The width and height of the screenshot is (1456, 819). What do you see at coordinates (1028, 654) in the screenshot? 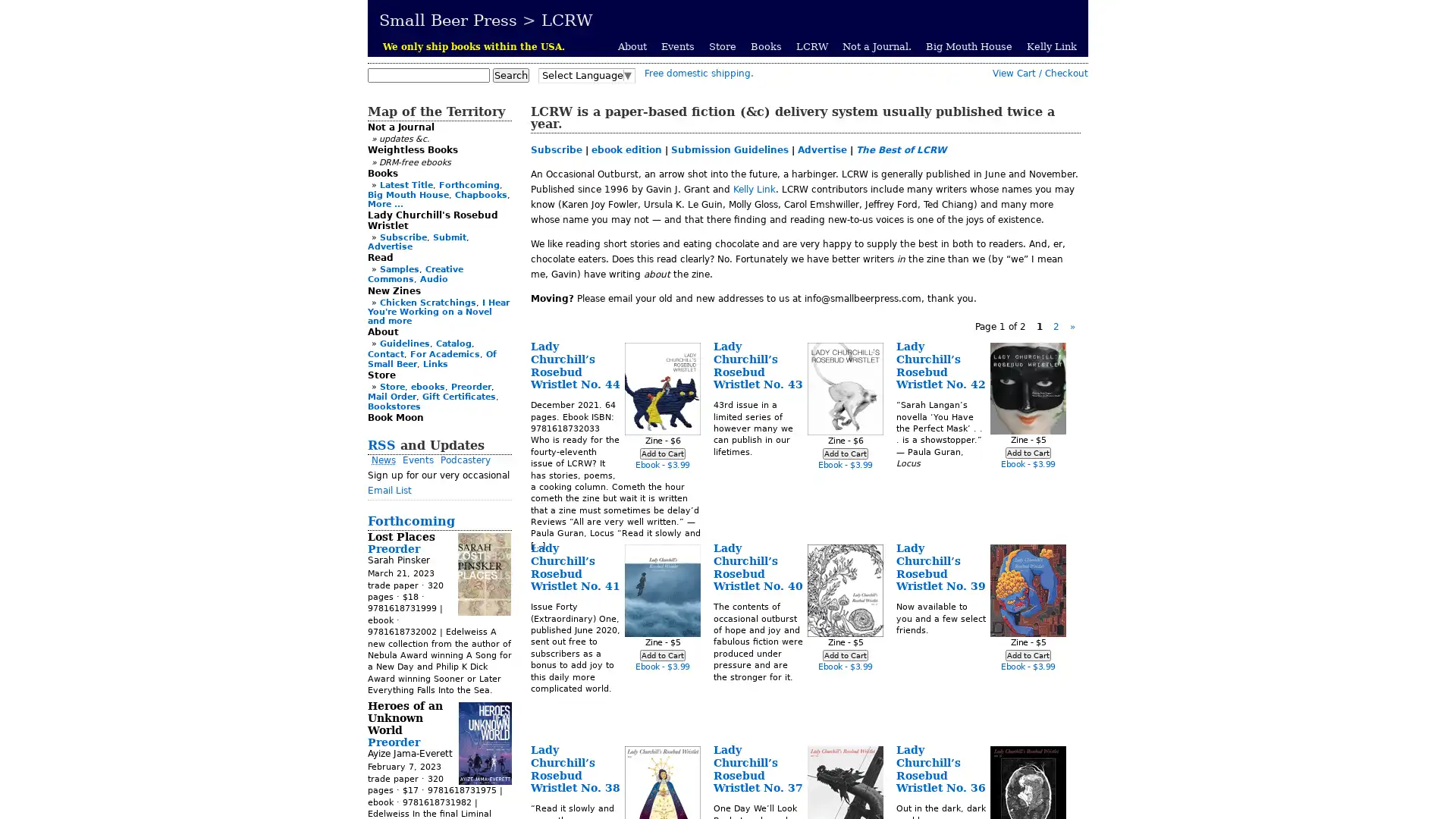
I see `Add to Cart` at bounding box center [1028, 654].